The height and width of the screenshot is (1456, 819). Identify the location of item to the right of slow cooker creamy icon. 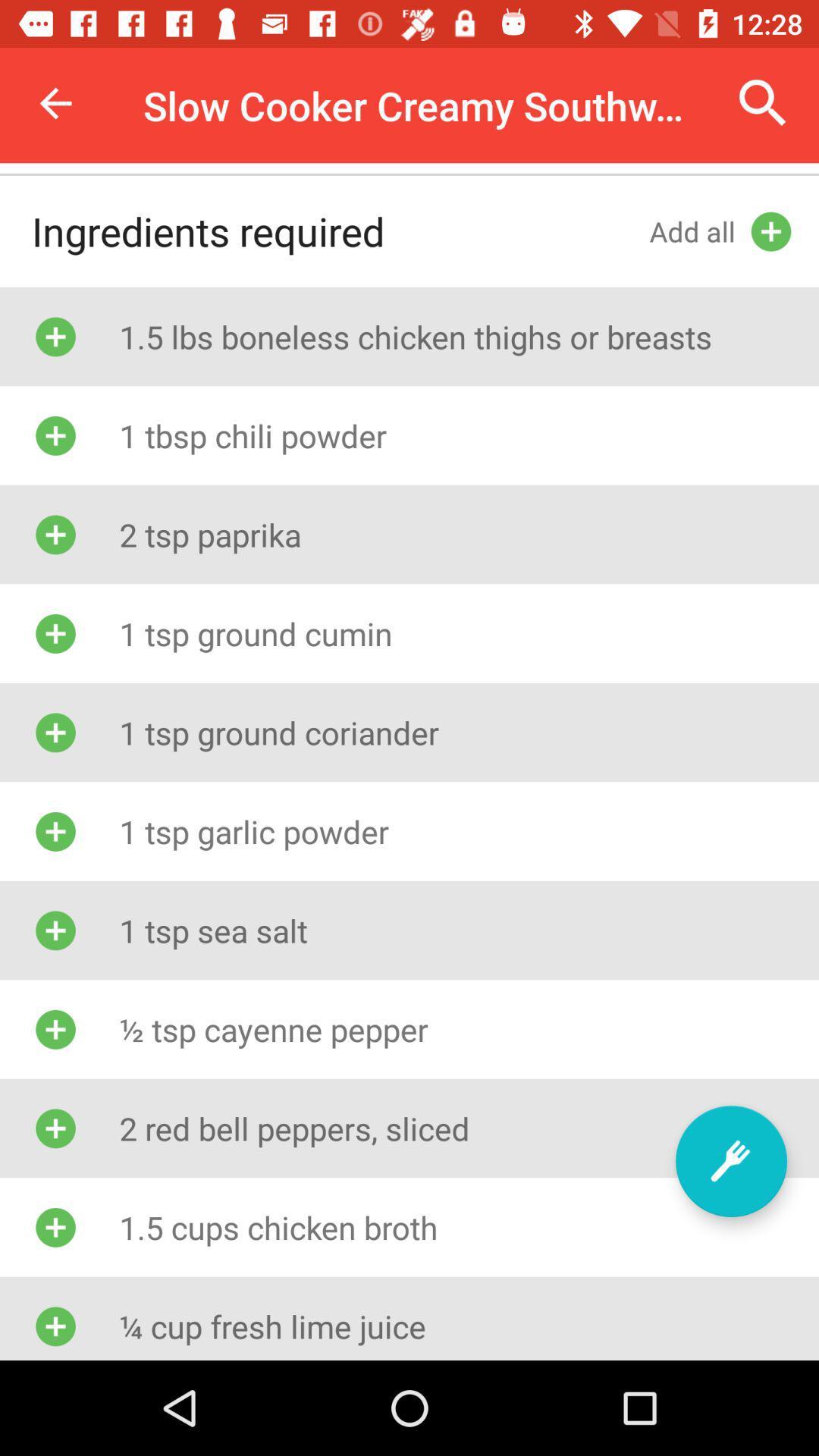
(763, 102).